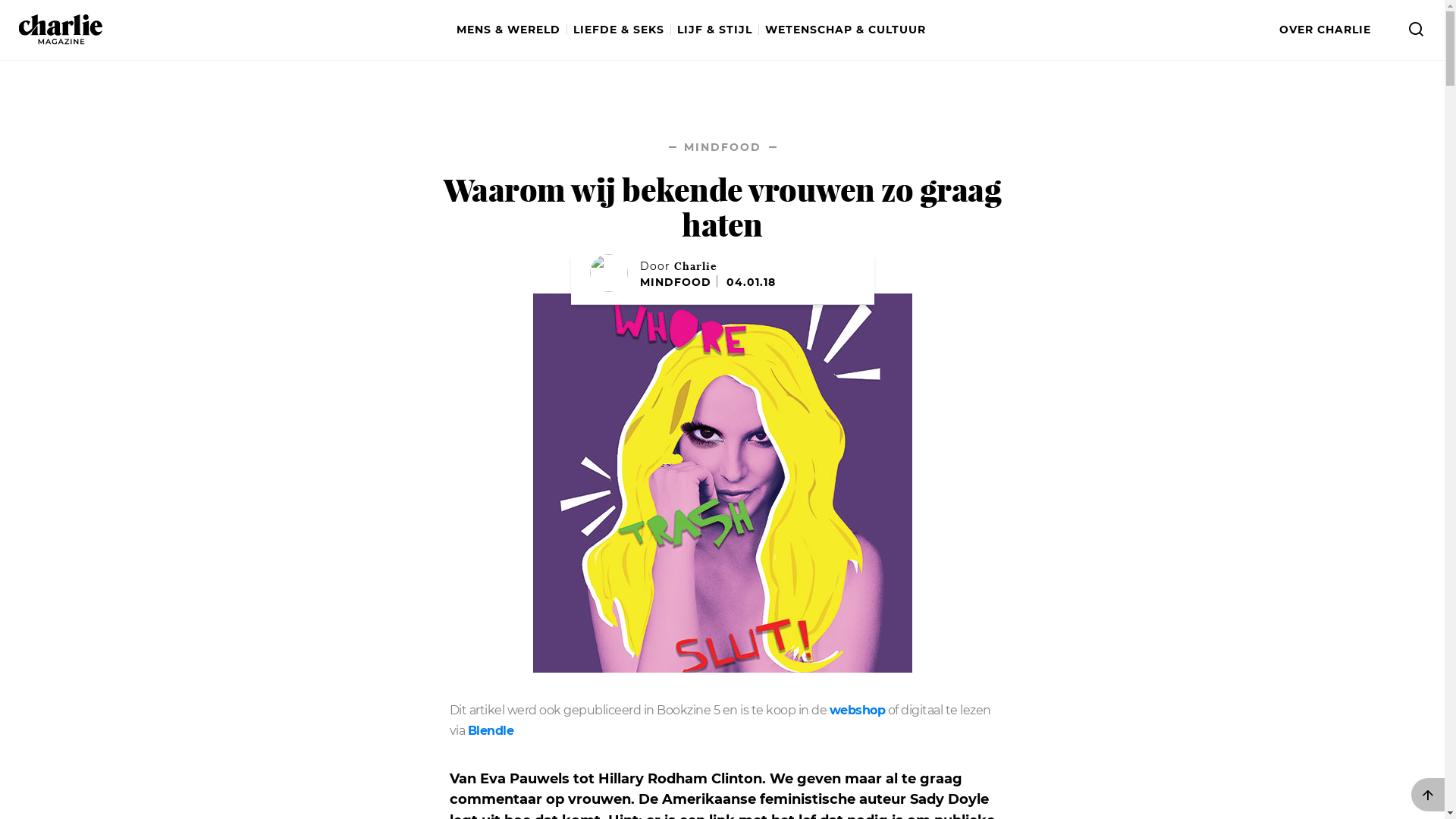 The width and height of the screenshot is (1456, 819). What do you see at coordinates (18, 29) in the screenshot?
I see `'Charlie magazine'` at bounding box center [18, 29].